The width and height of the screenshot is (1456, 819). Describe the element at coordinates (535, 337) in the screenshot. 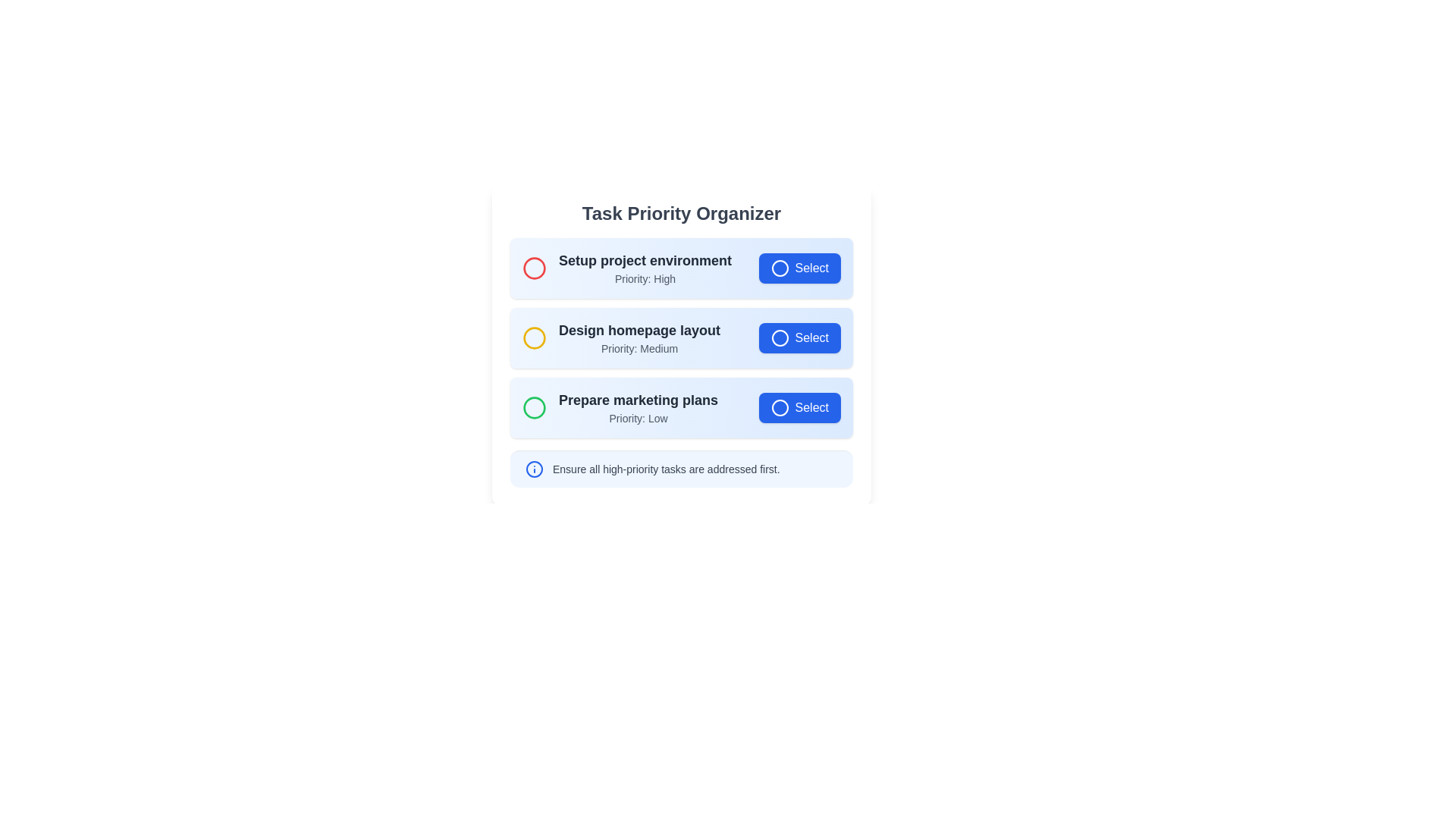

I see `the circular indicator icon that signifies the task status, located adjacent to the text 'Design homepage layout Priority: Medium'` at that location.